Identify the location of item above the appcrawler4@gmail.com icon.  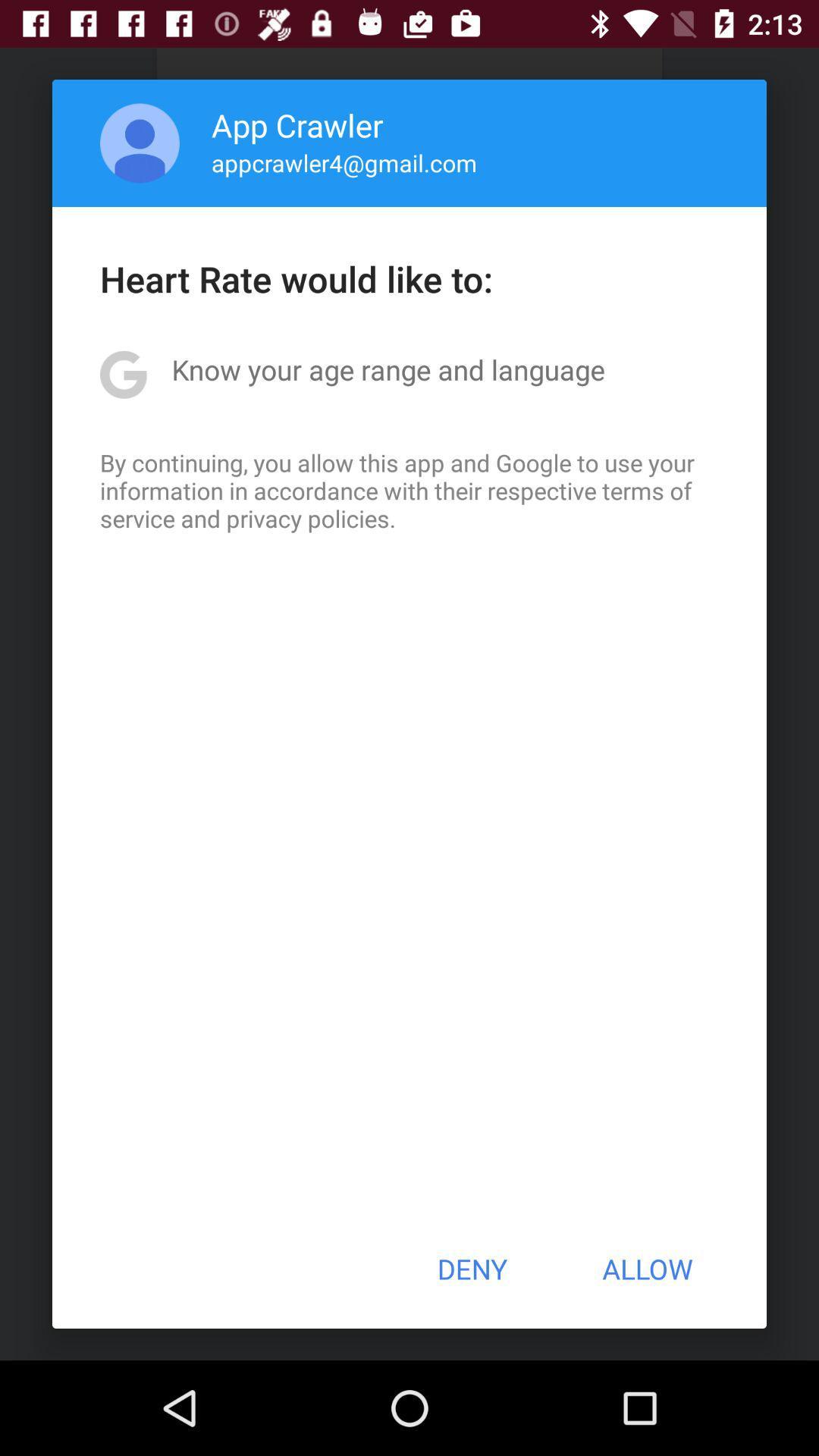
(297, 124).